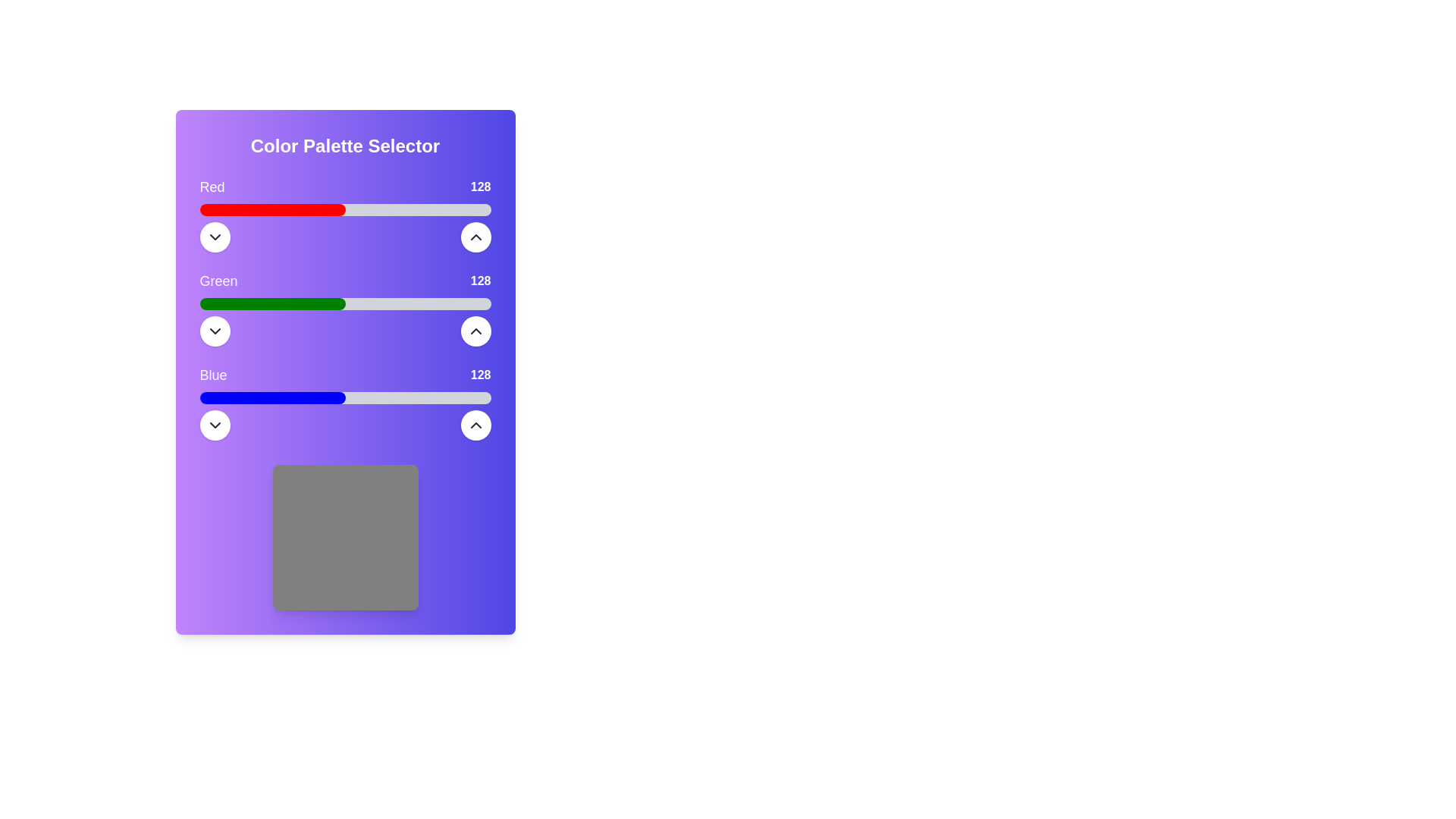 This screenshot has height=819, width=1456. I want to click on the text label that displays 'Red', which is styled with a medium font weight and large size, located in the color adjustment interface, so click(211, 186).